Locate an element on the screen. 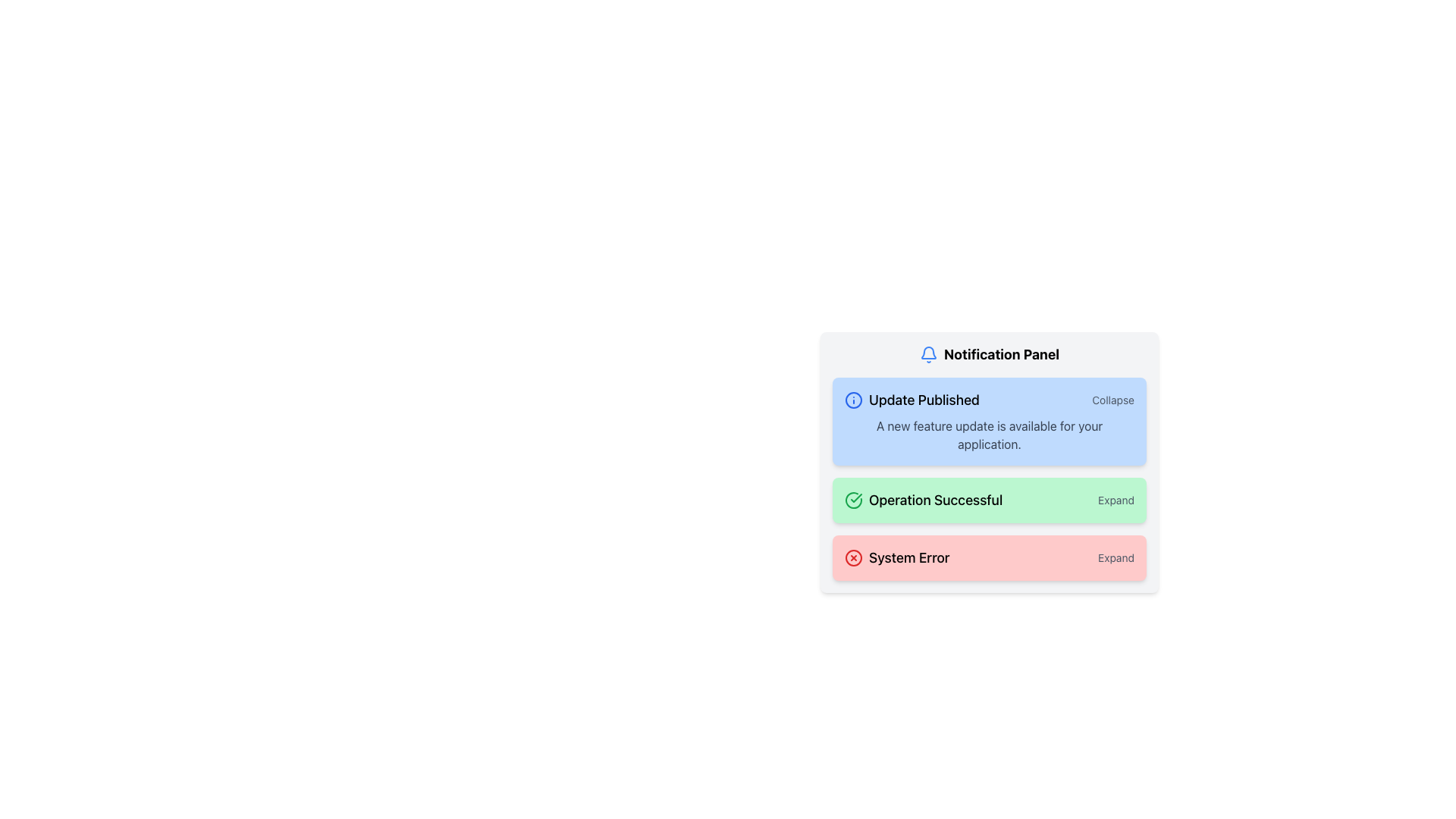  the information icon located to the left of the 'Update Published' text, which serves as a visual indicator for the update status is located at coordinates (854, 400).